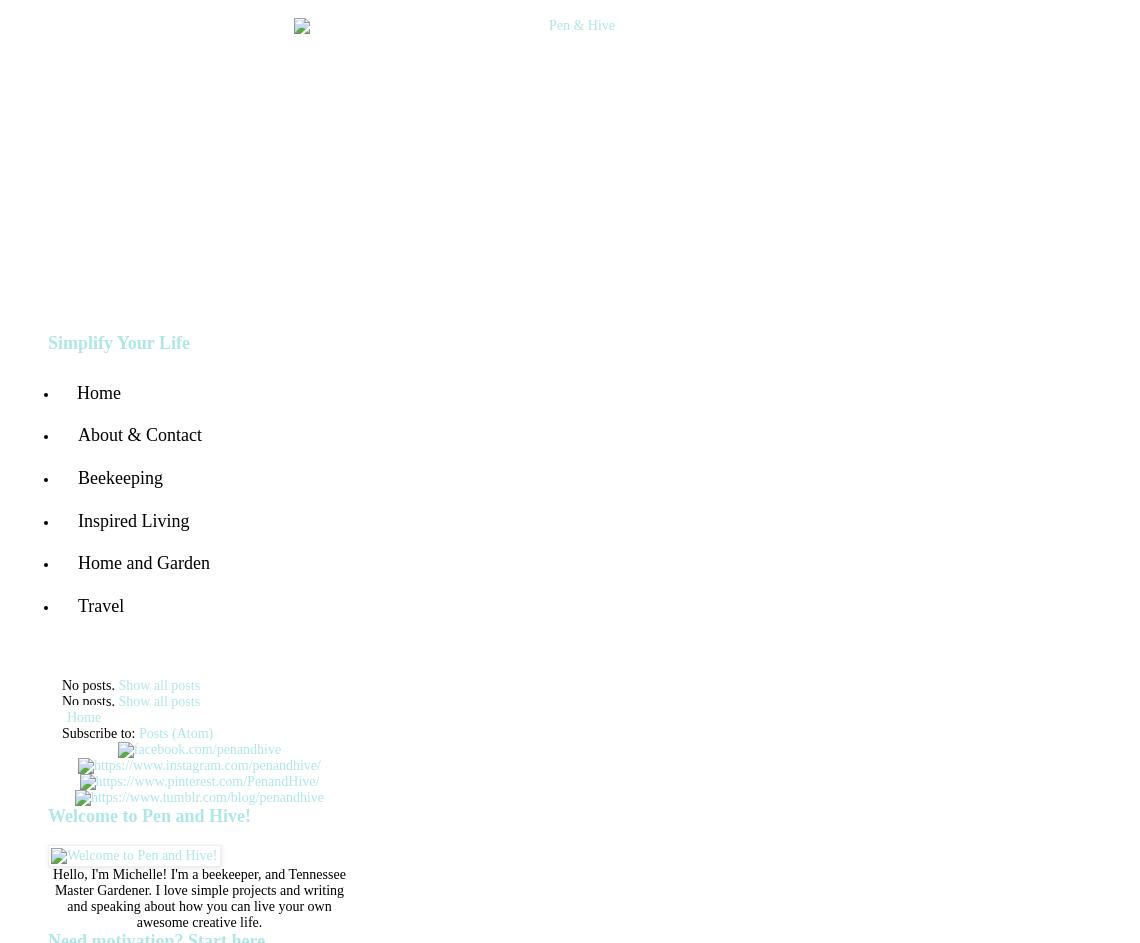 The height and width of the screenshot is (943, 1140). What do you see at coordinates (118, 342) in the screenshot?
I see `'Simplify Your Life'` at bounding box center [118, 342].